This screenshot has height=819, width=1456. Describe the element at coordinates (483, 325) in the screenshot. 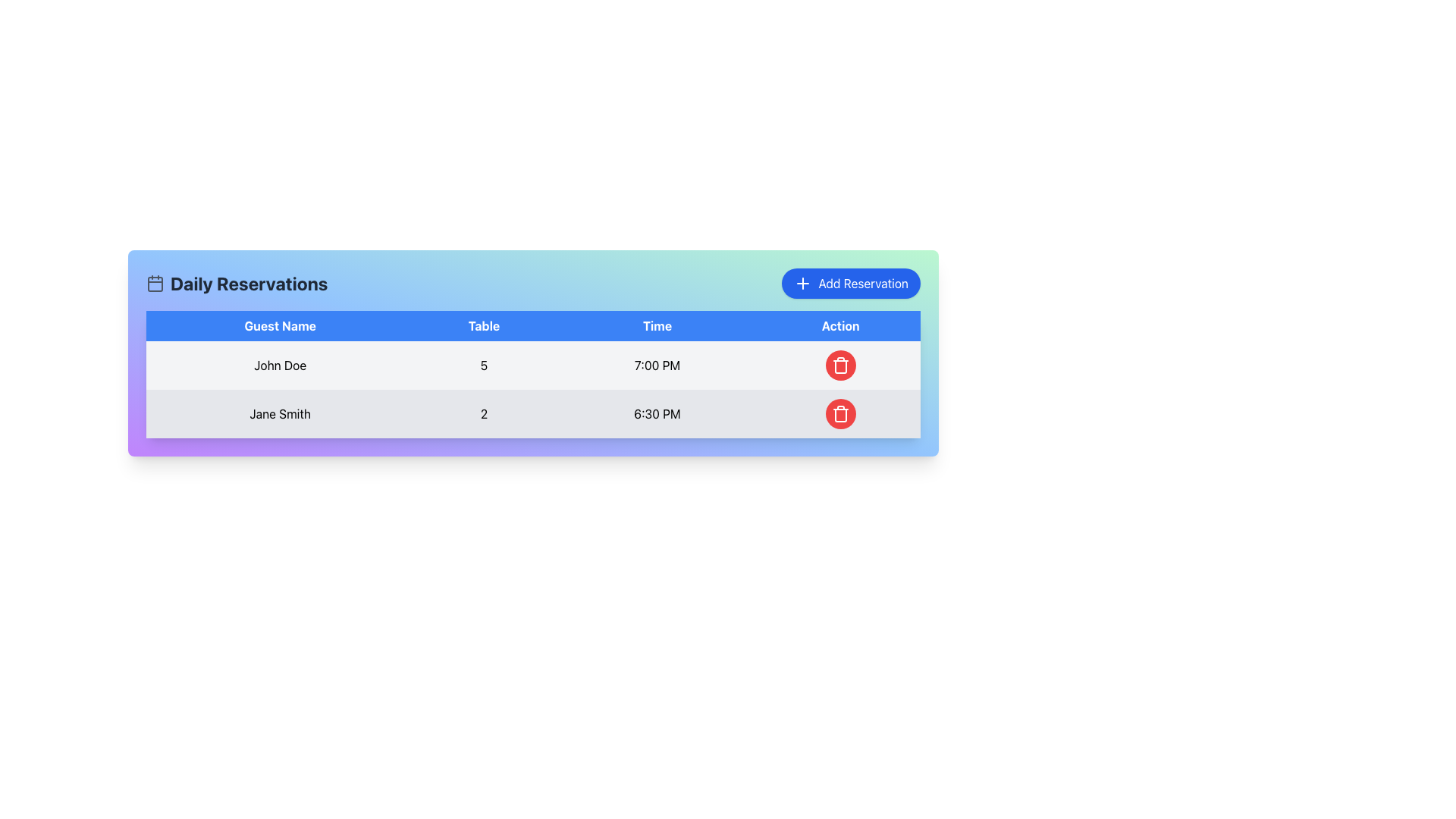

I see `the 'Table' text label, which is the second column header in a row of headers within a table, located between 'Guest Name' and 'Time' headers` at that location.